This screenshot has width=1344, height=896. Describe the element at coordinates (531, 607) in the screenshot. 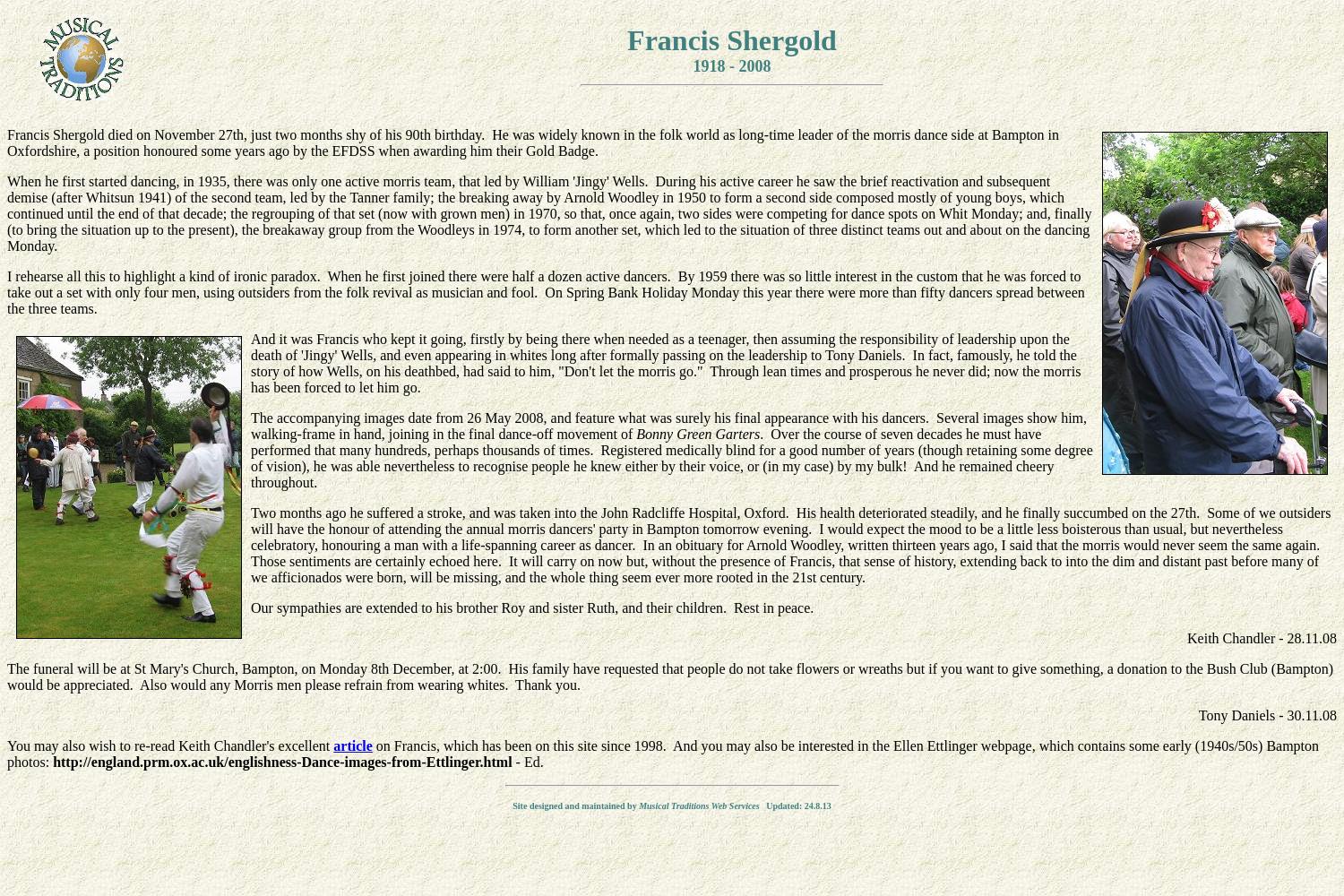

I see `'Our sympathies are extended to his brother Roy and sister Ruth, and their children.  Rest in peace.'` at that location.